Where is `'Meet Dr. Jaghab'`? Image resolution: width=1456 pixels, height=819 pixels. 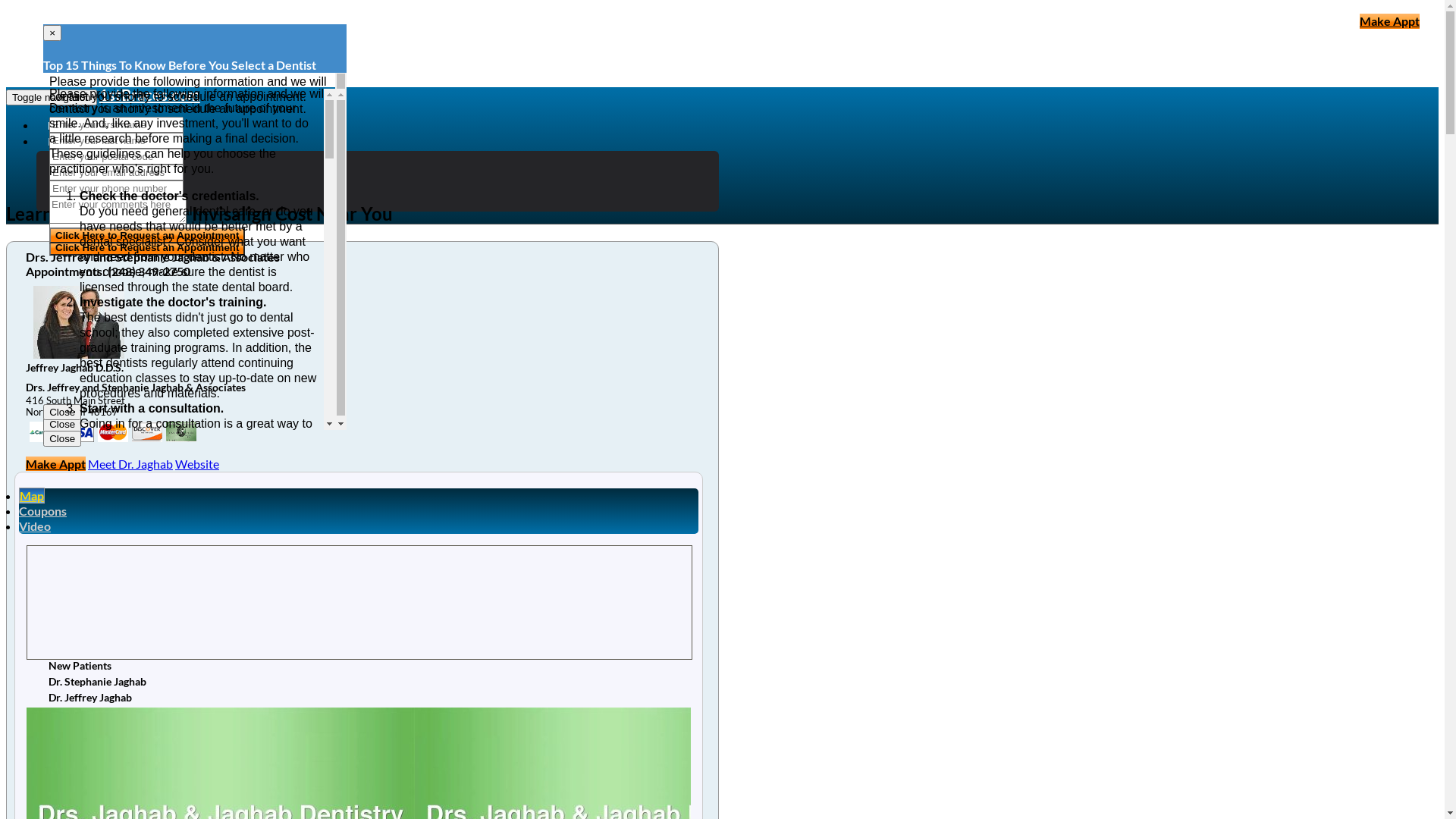
'Meet Dr. Jaghab' is located at coordinates (130, 463).